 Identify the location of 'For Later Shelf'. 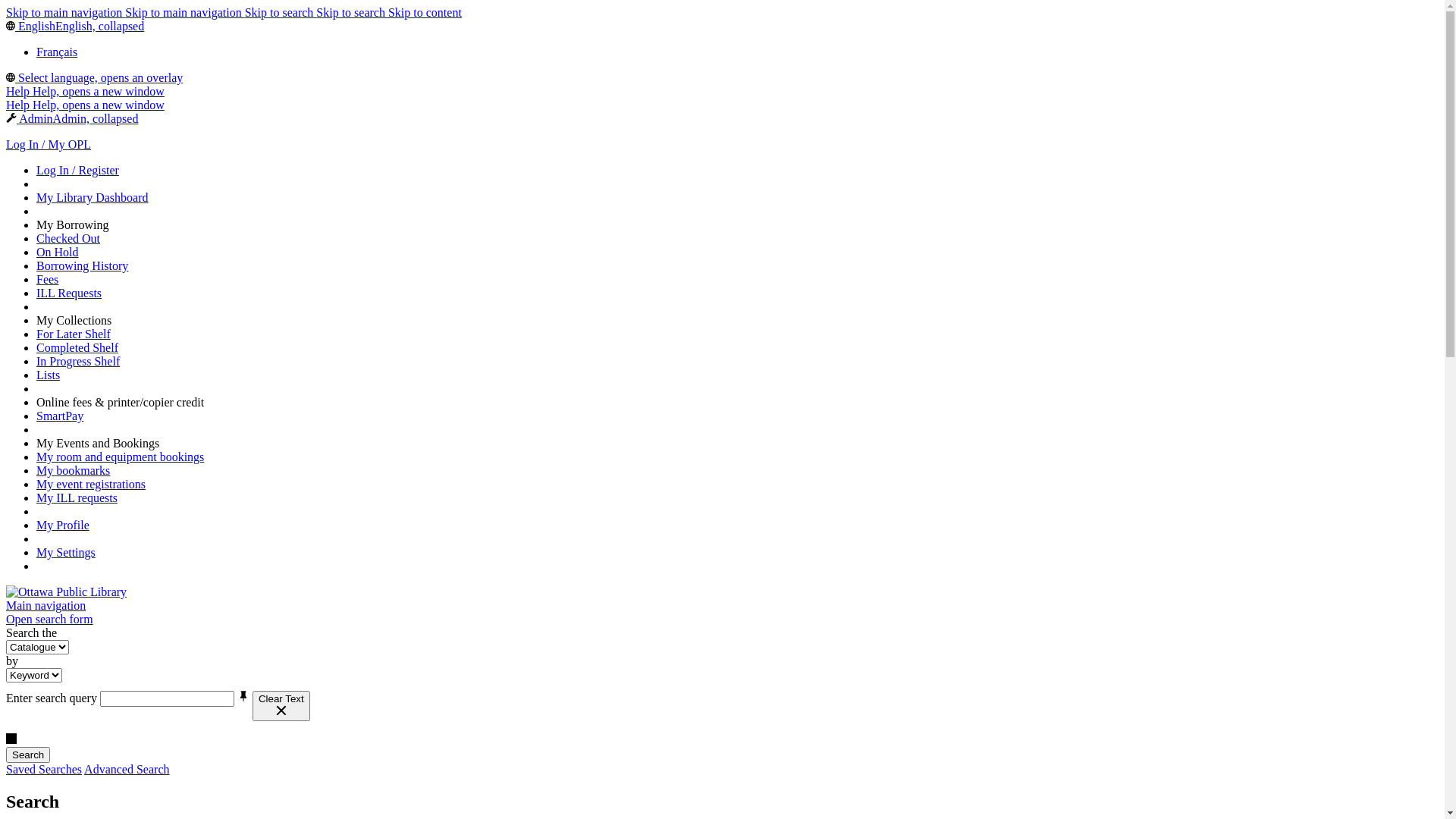
(72, 333).